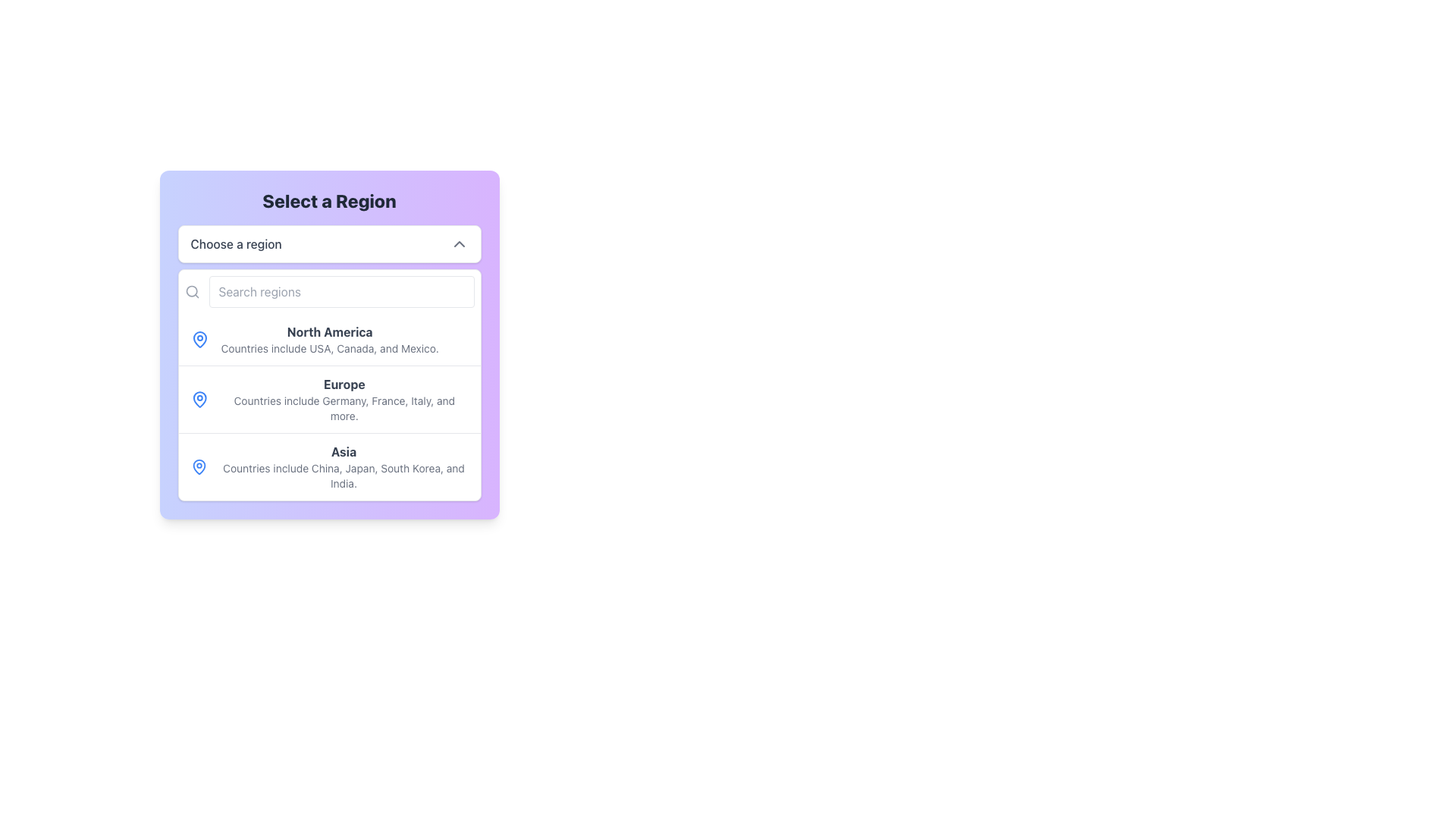 The width and height of the screenshot is (1456, 819). I want to click on the dropdown trigger labeled 'Choose a region', so click(328, 243).